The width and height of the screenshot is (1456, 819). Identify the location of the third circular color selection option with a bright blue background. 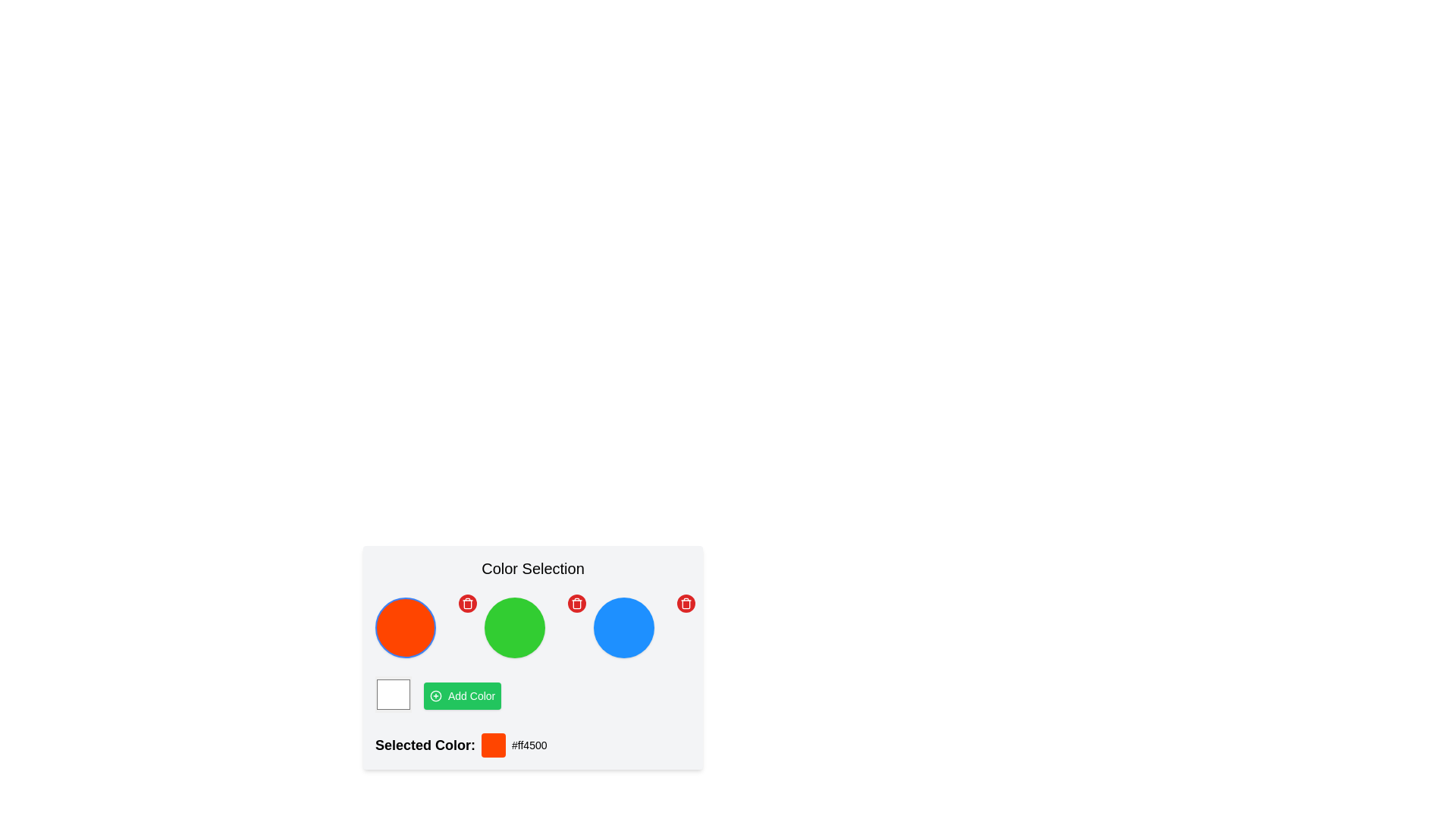
(642, 628).